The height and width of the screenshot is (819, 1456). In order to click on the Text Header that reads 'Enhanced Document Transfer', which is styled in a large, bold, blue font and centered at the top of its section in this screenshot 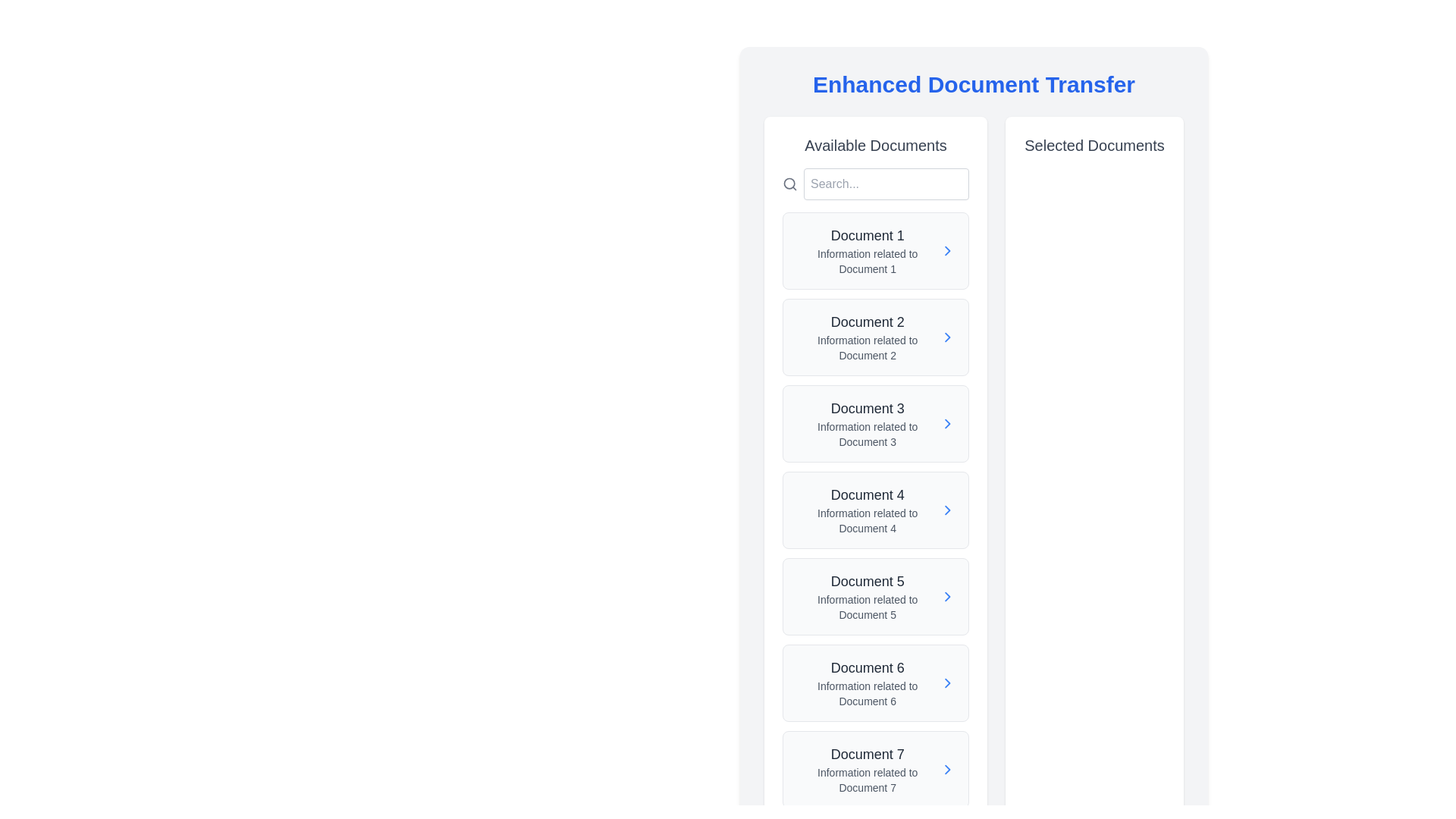, I will do `click(974, 84)`.